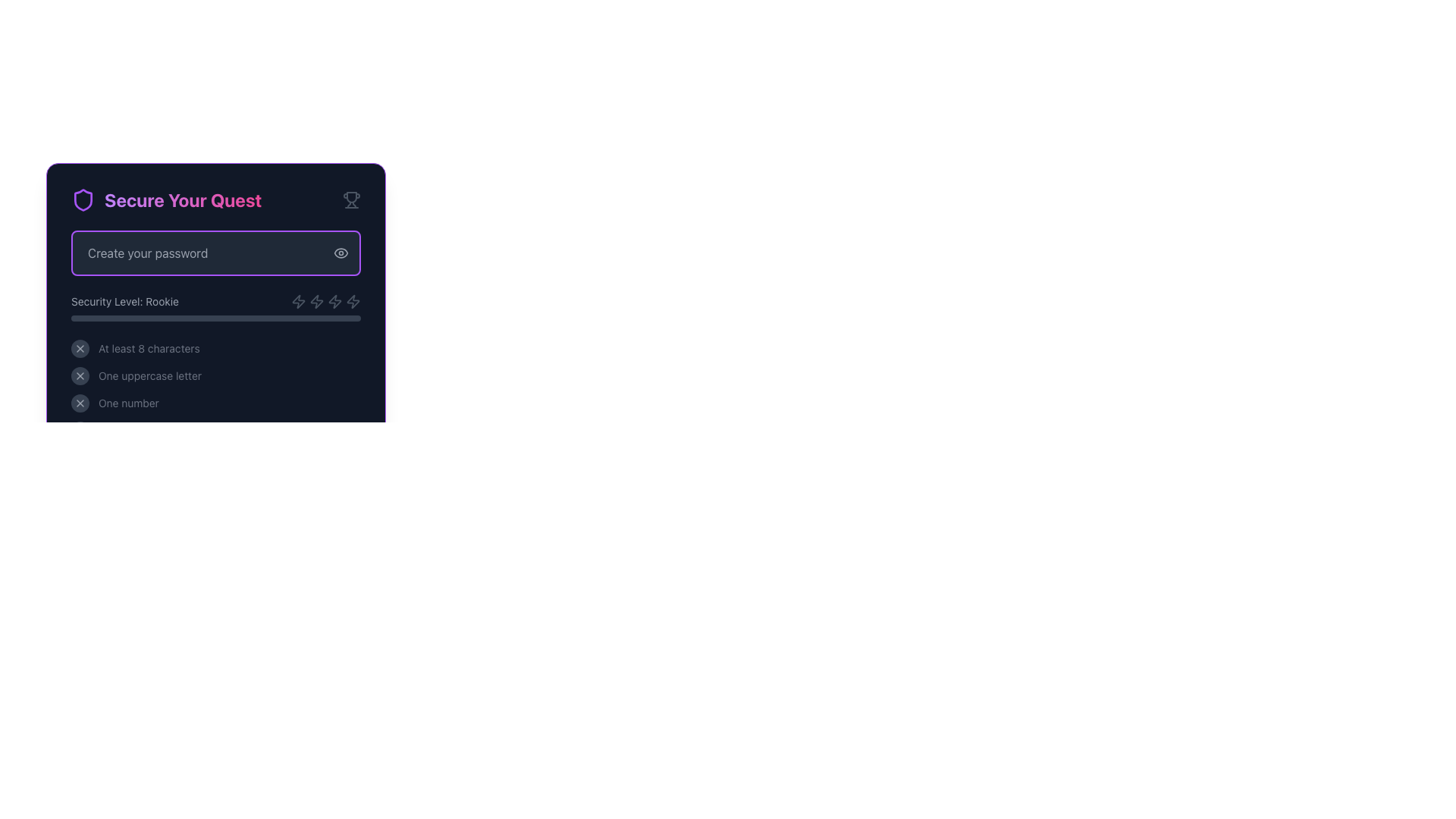 This screenshot has height=819, width=1456. What do you see at coordinates (215, 348) in the screenshot?
I see `the first checklist item indicating that the password must contain at least 8 characters, located below the 'Security Level: Rookie' section` at bounding box center [215, 348].